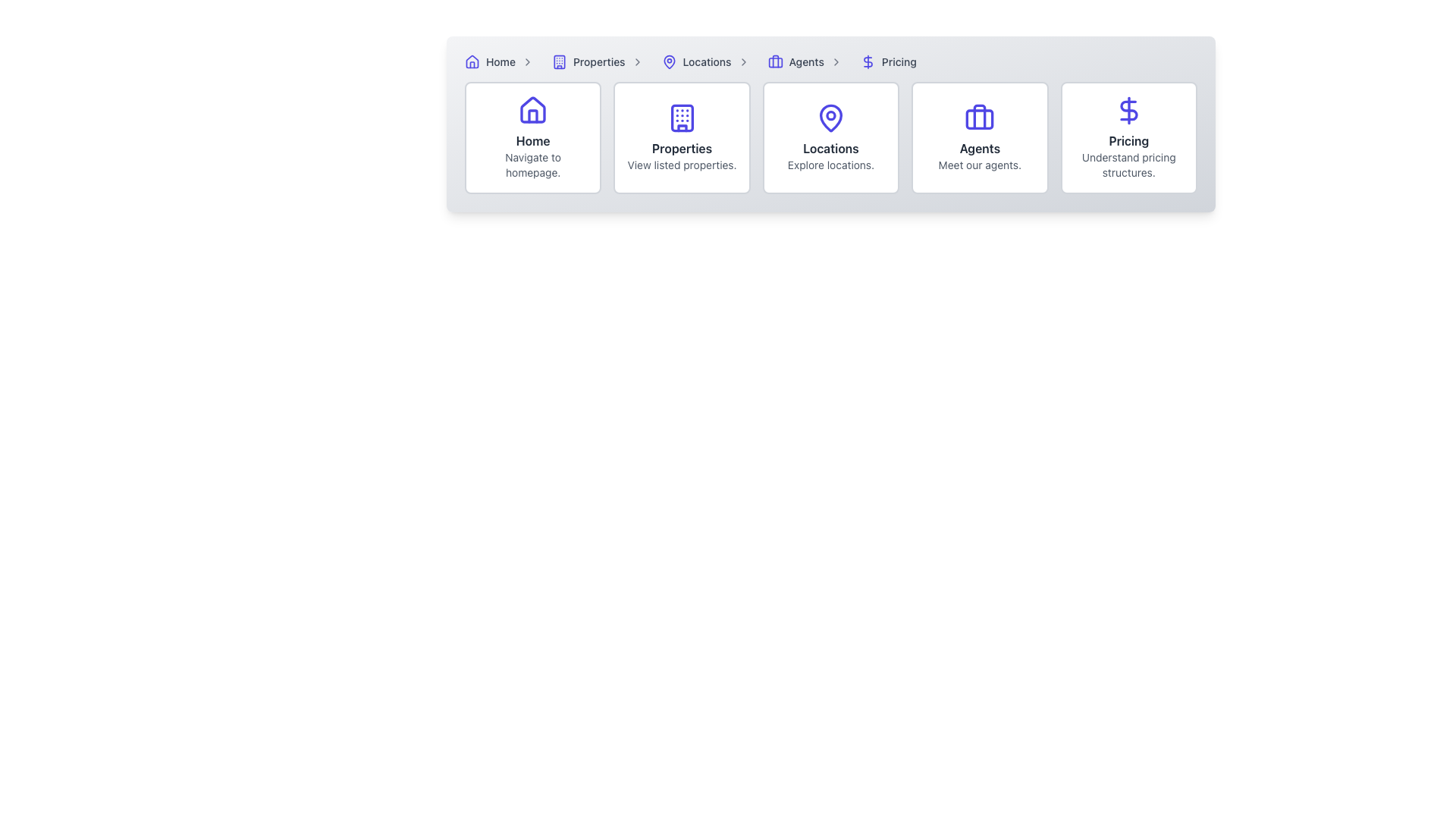 The image size is (1456, 819). I want to click on the indigo-blue location pin SVG graphic located in the breadcrumb navigation bar, positioned to the left of the 'Locations' label, so click(668, 61).